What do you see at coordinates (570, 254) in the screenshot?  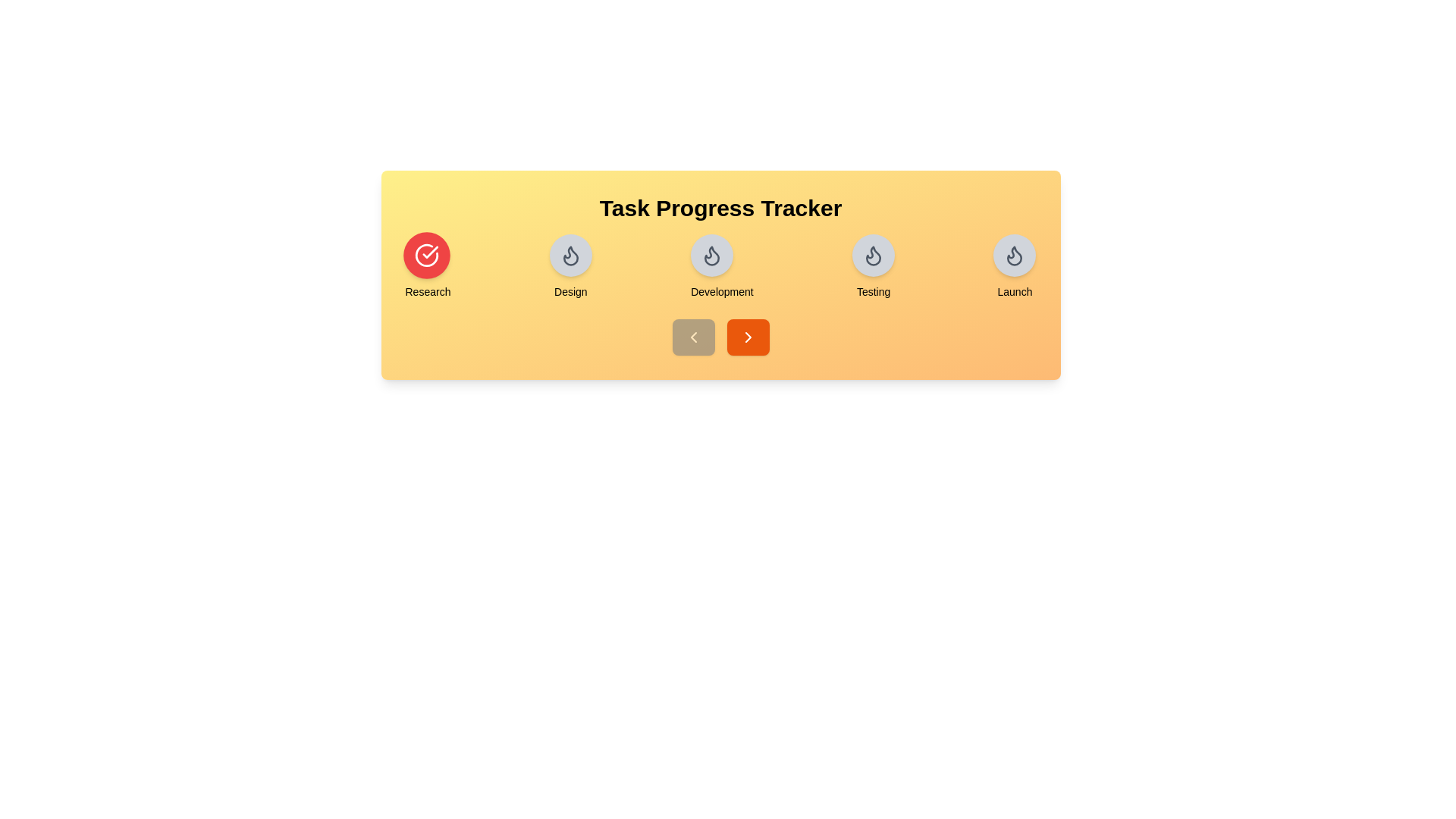 I see `the 'Design' stage icon in the Task Progress Tracker` at bounding box center [570, 254].